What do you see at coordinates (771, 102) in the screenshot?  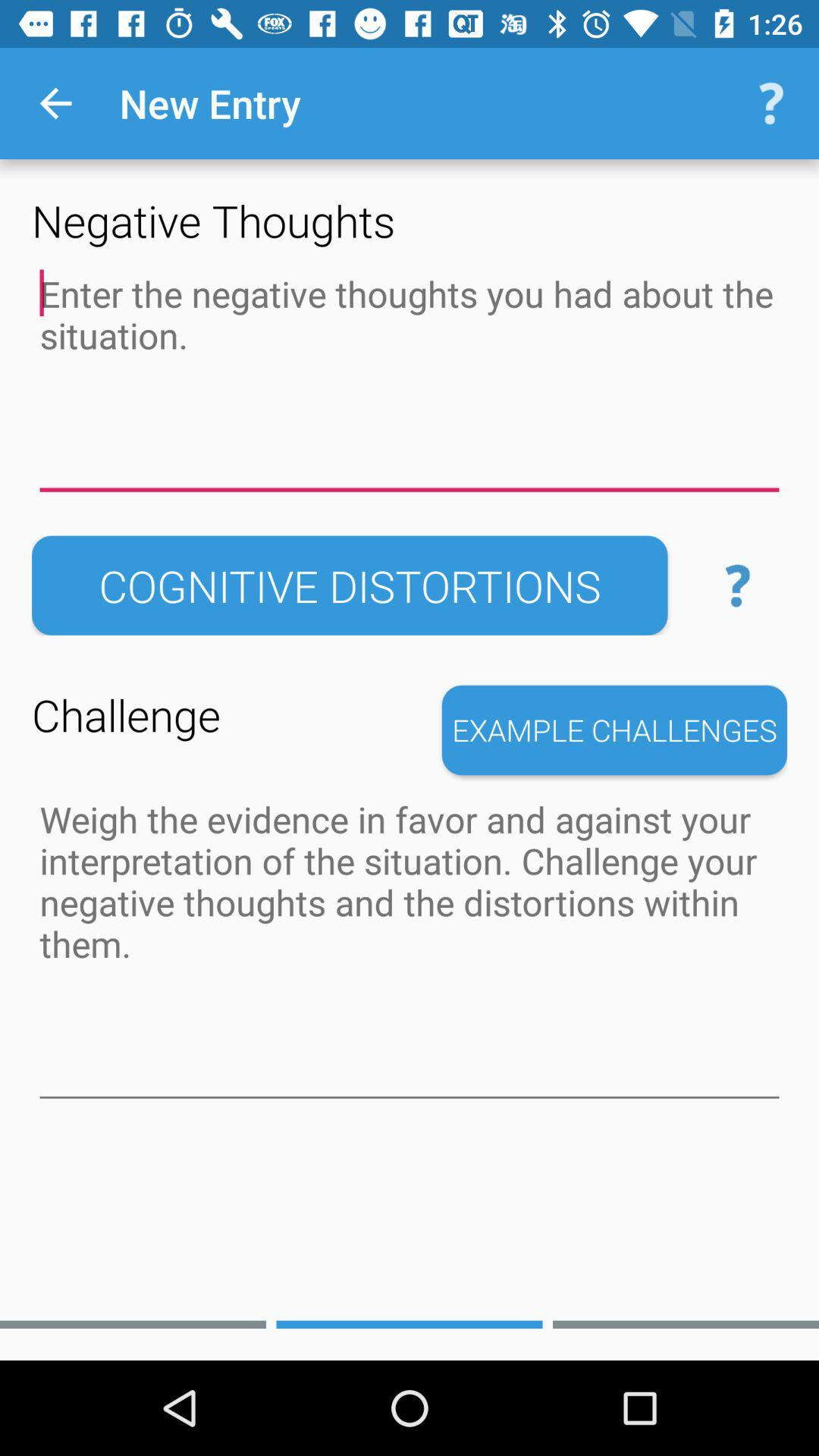 I see `app to the right of new entry item` at bounding box center [771, 102].